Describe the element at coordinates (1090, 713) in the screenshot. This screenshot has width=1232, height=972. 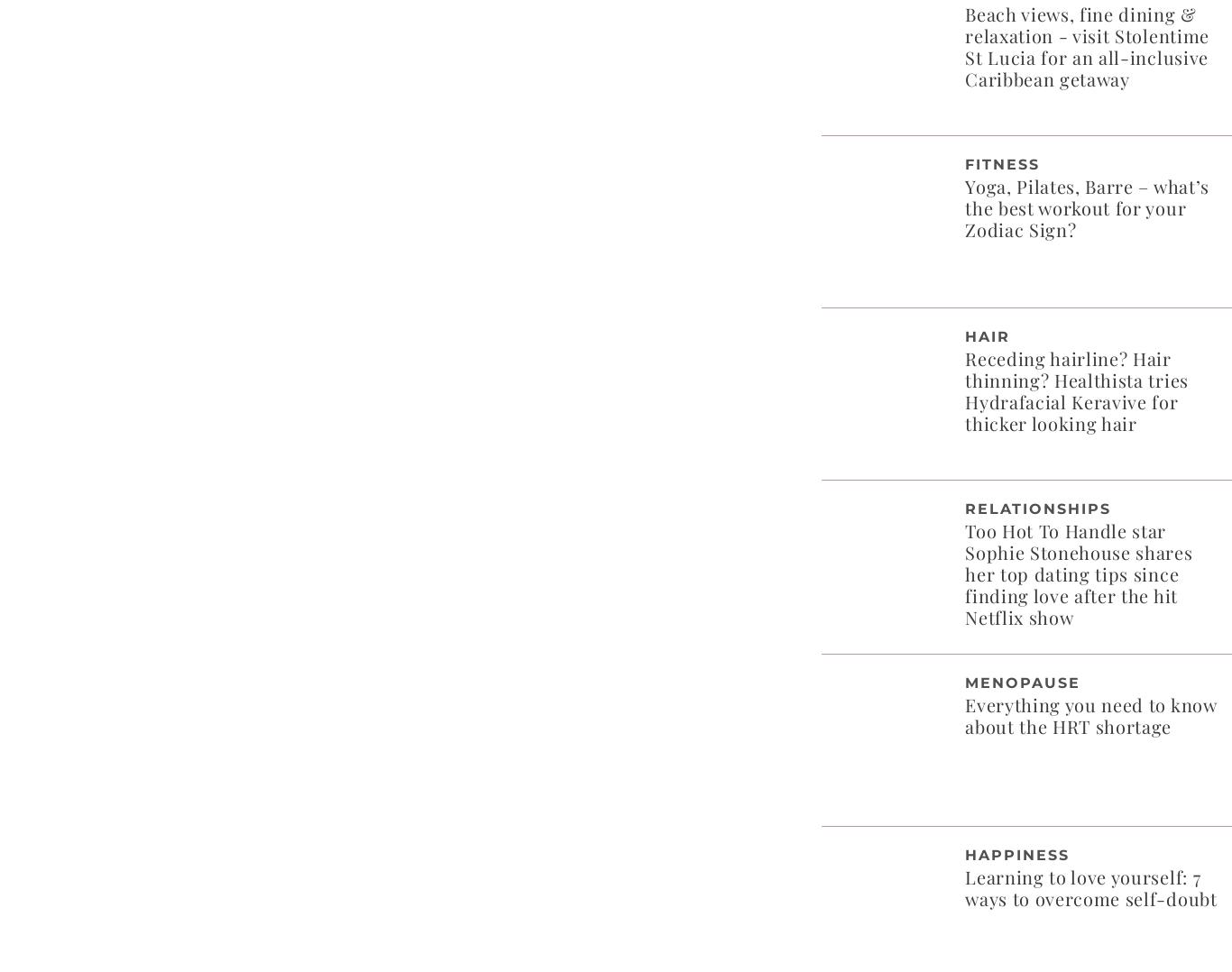
I see `'Everything you need to know about the HRT shortage'` at that location.